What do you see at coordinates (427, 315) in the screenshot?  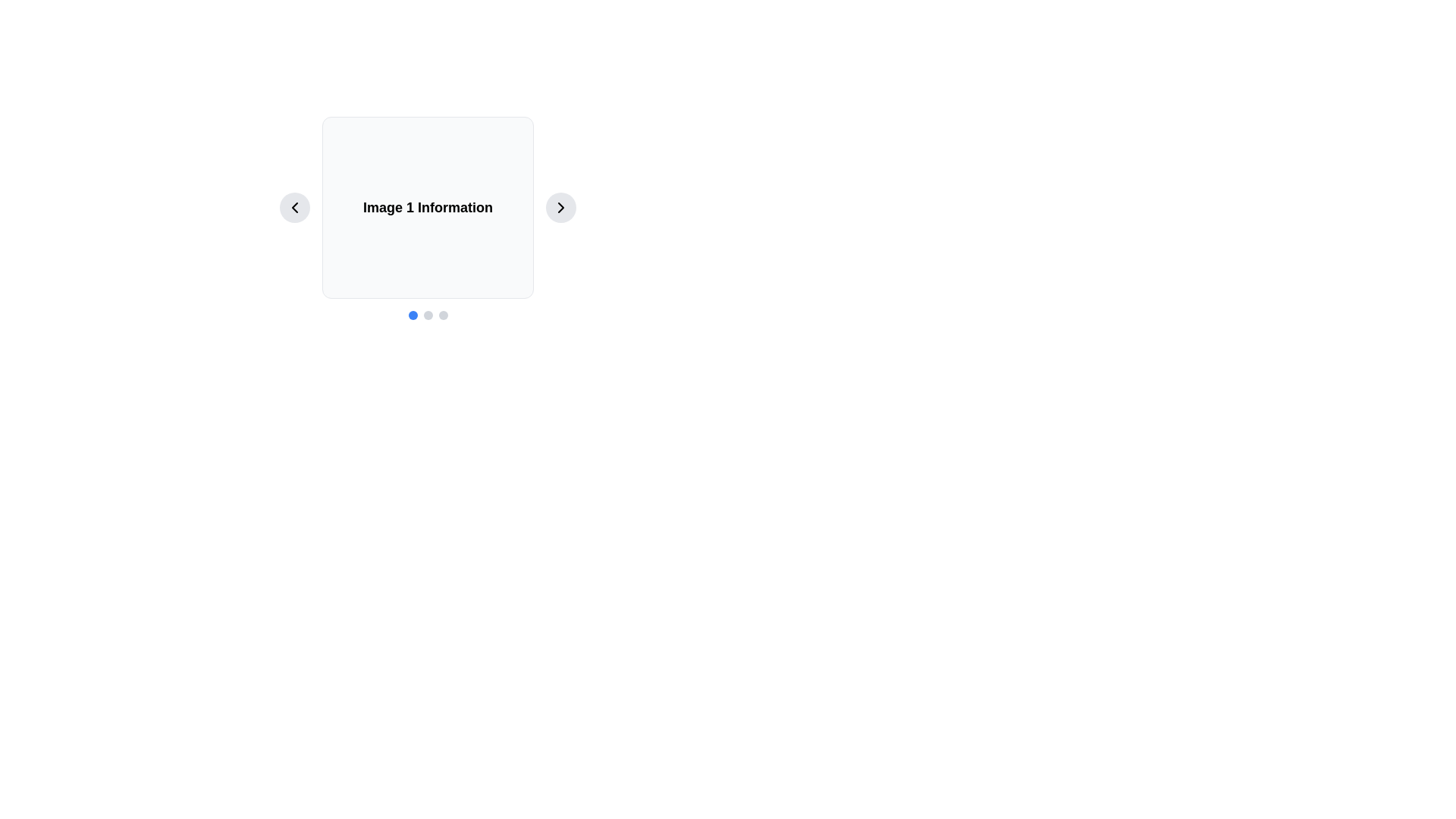 I see `the central light gray navigation indicator dot located below the 'Image 1 Information' content box` at bounding box center [427, 315].